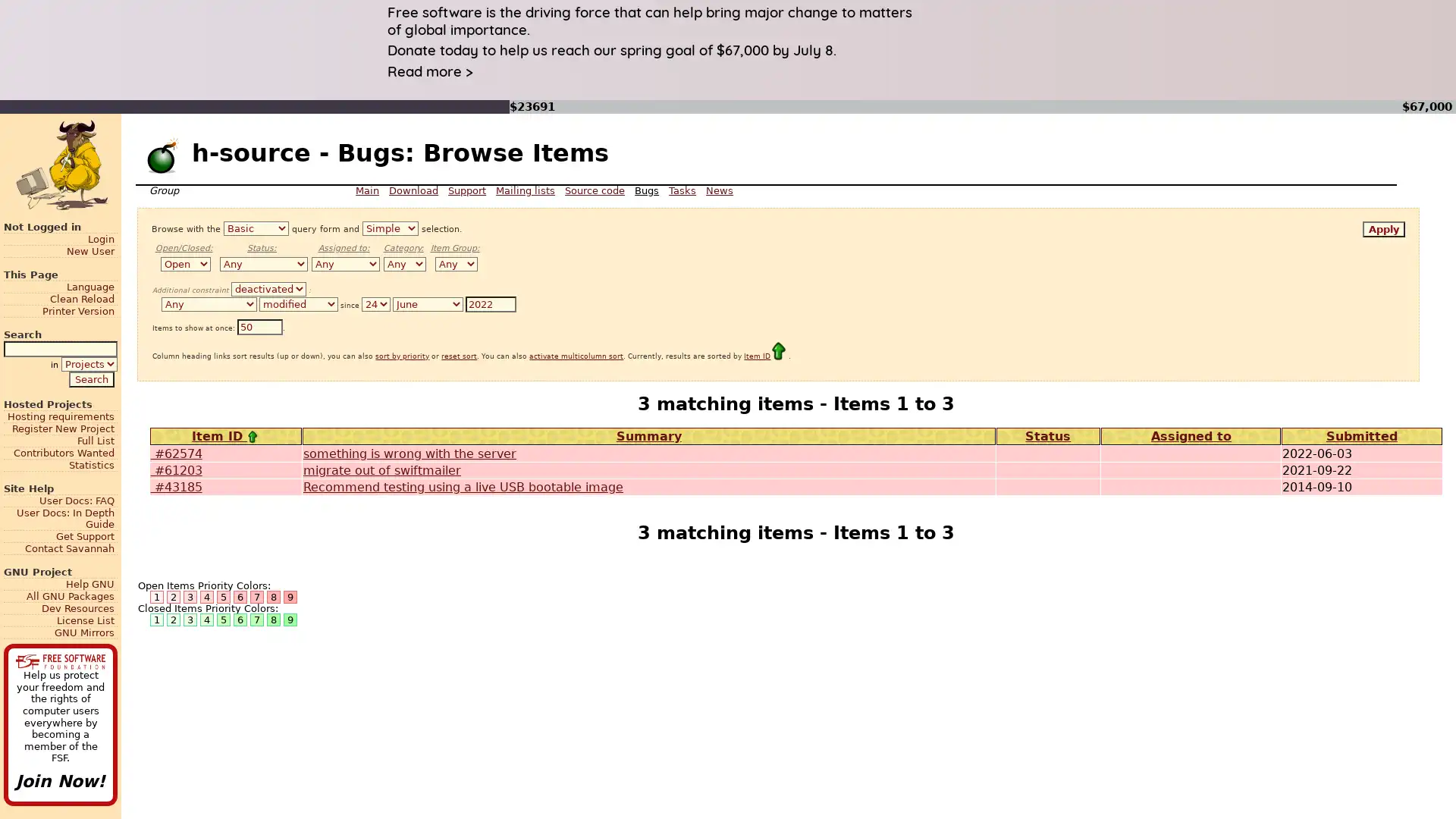 This screenshot has height=819, width=1456. I want to click on Search, so click(90, 378).